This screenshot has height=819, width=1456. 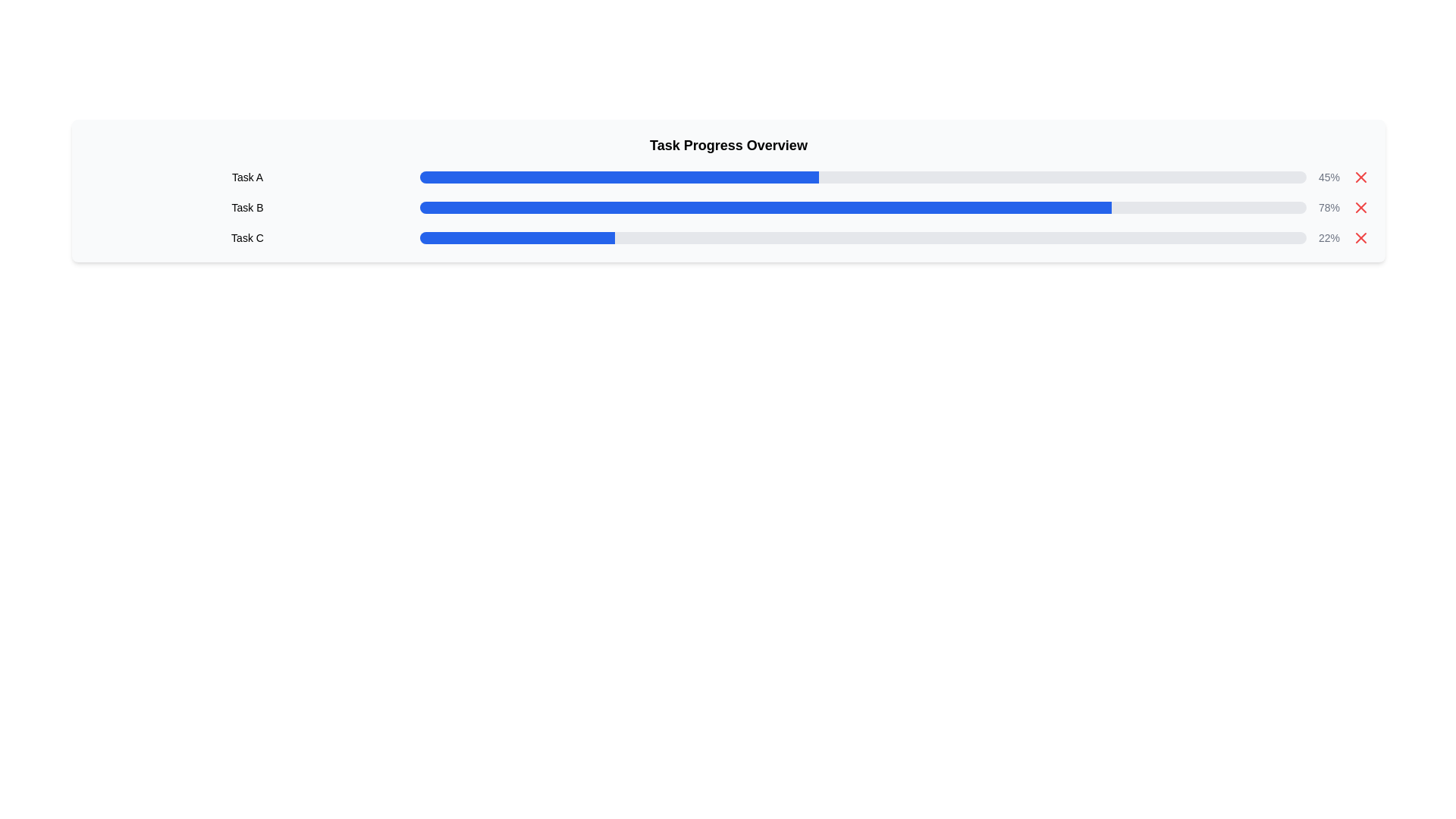 I want to click on the horizontal progress bar corresponding to 'Task B', which has a grey background and a blue segment filling 78% of its width, so click(x=863, y=207).